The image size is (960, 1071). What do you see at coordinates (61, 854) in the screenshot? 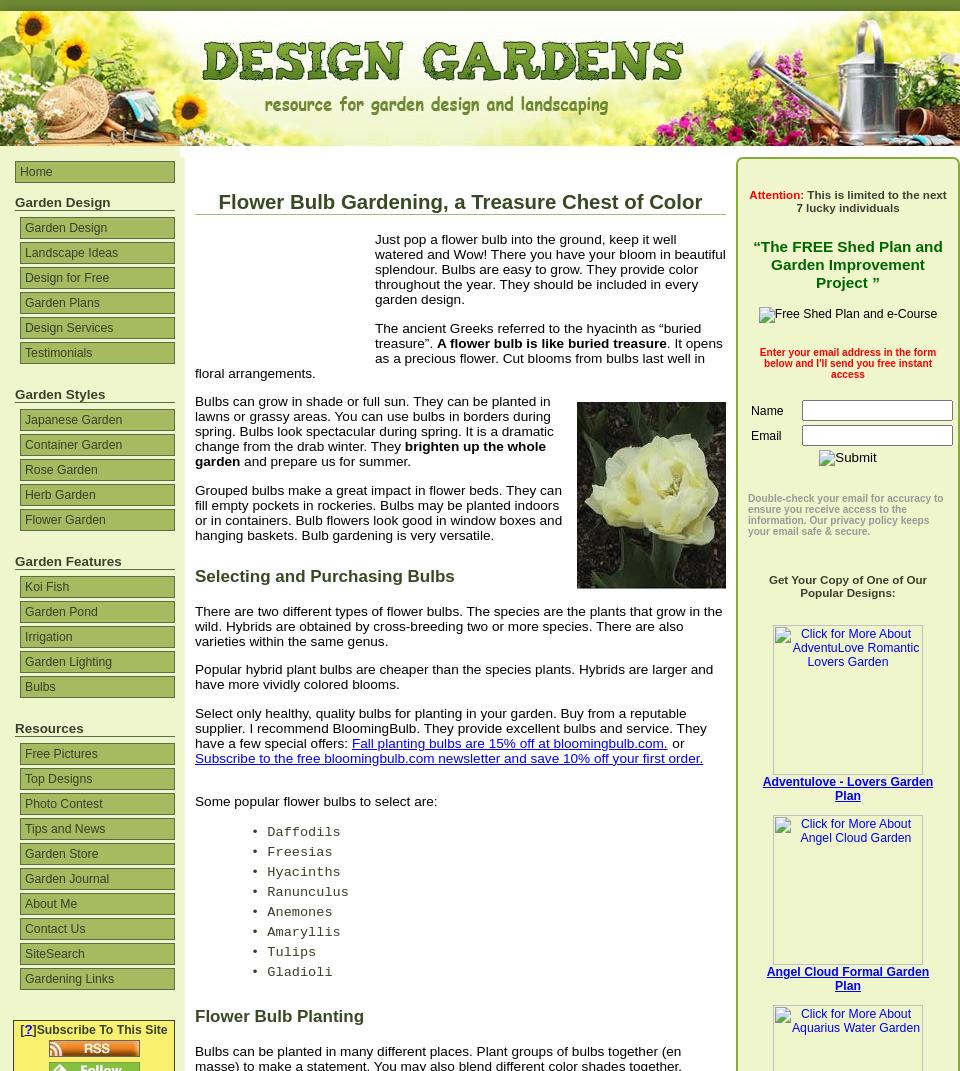
I see `'Garden Store'` at bounding box center [61, 854].